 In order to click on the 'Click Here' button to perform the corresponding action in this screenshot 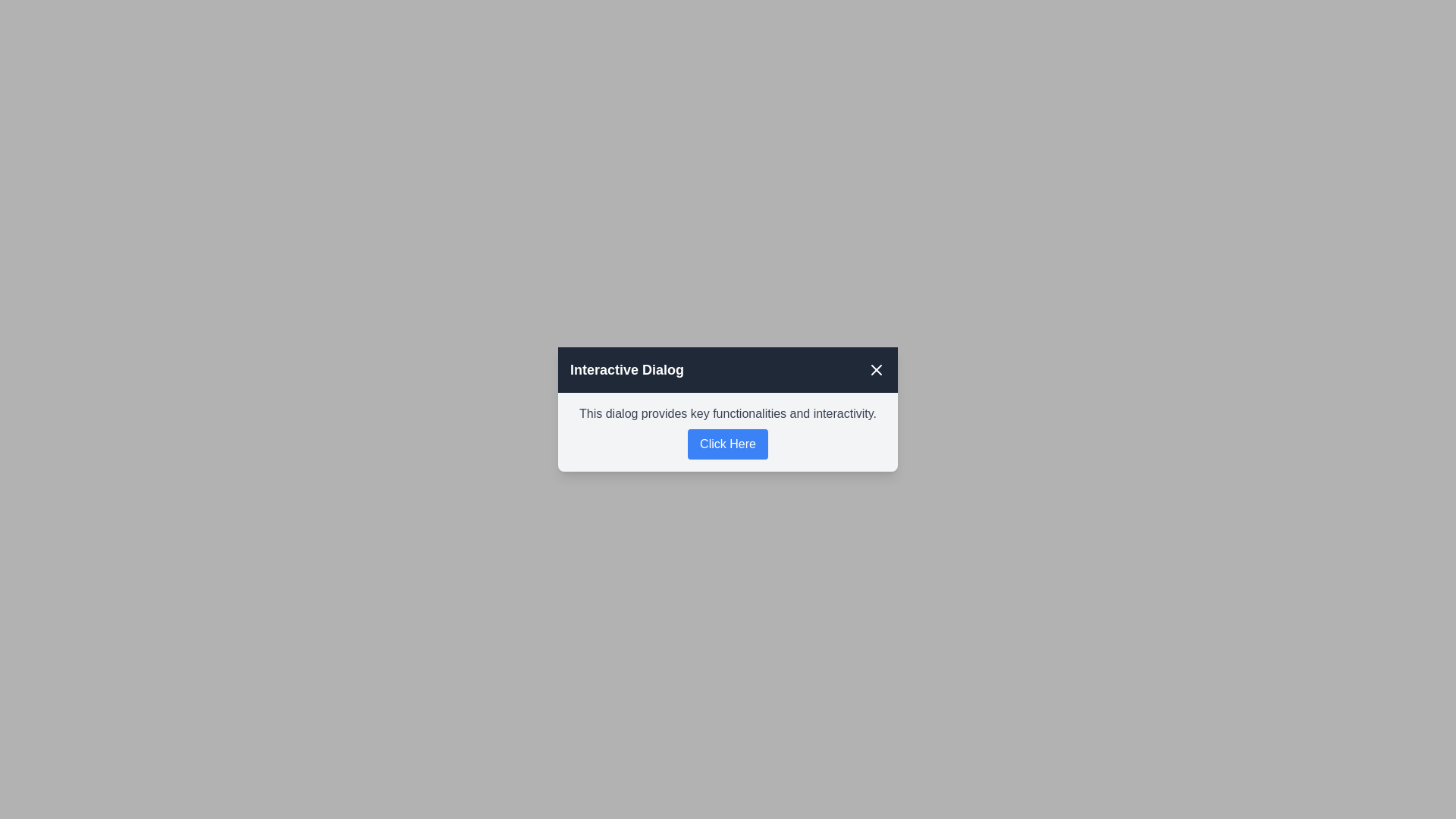, I will do `click(728, 444)`.